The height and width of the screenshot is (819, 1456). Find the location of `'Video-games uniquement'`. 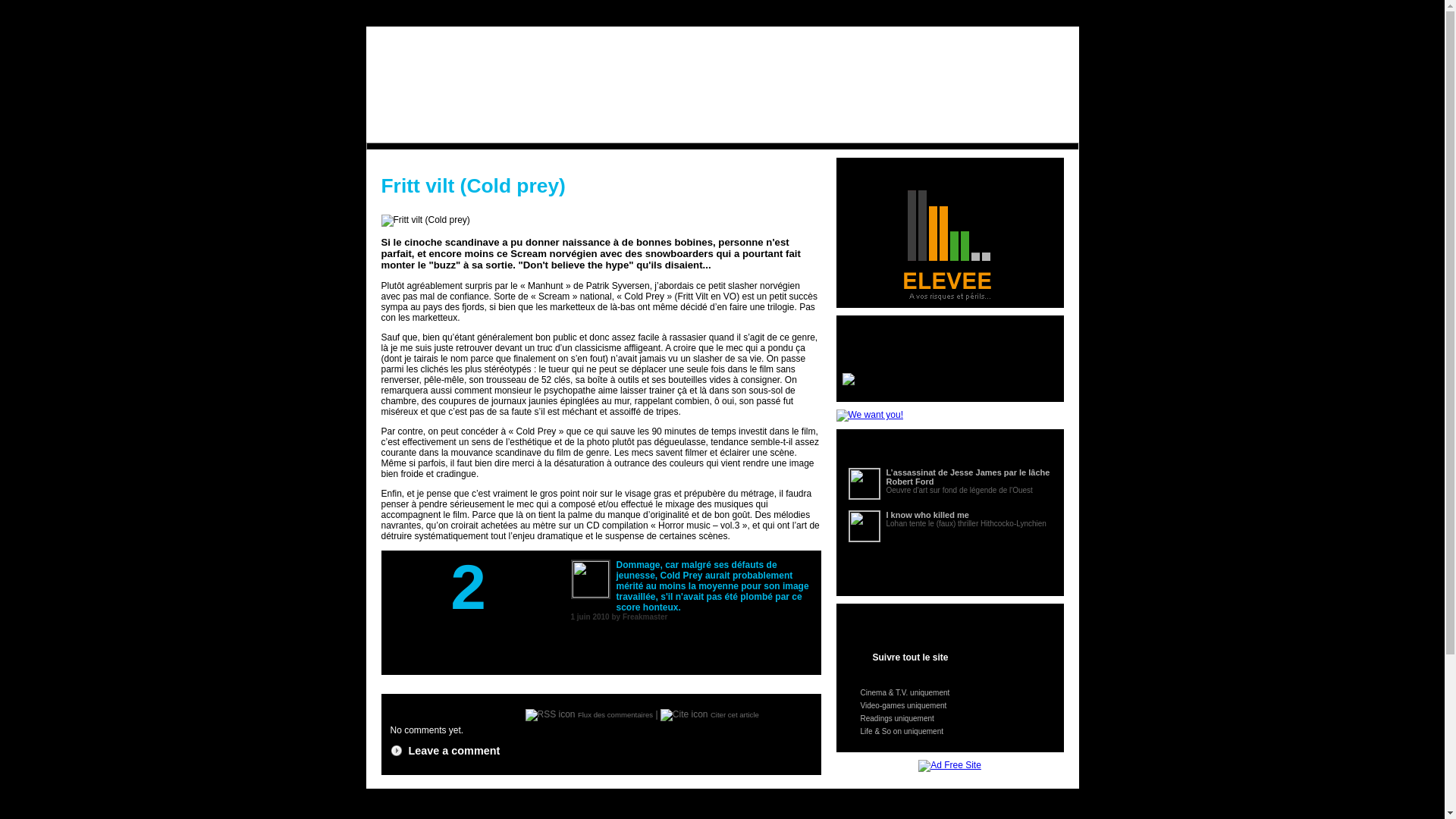

'Video-games uniquement' is located at coordinates (949, 705).